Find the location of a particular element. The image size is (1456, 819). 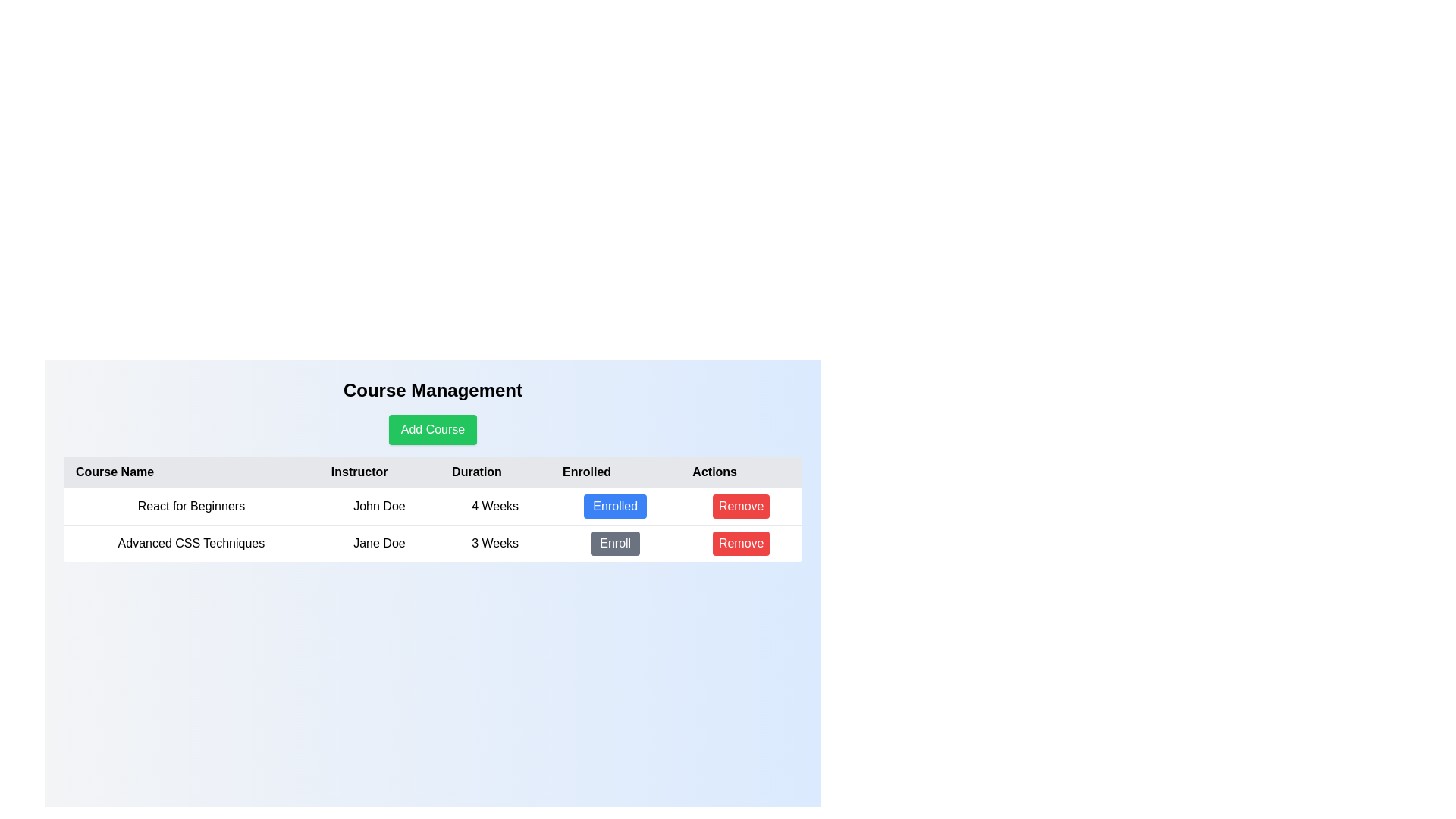

the 'Enroll' button with a gray background and white text in the second row of the table under the 'Enrolled' column for the course 'Advanced CSS Techniques' instructed by Jane Doe is located at coordinates (615, 543).